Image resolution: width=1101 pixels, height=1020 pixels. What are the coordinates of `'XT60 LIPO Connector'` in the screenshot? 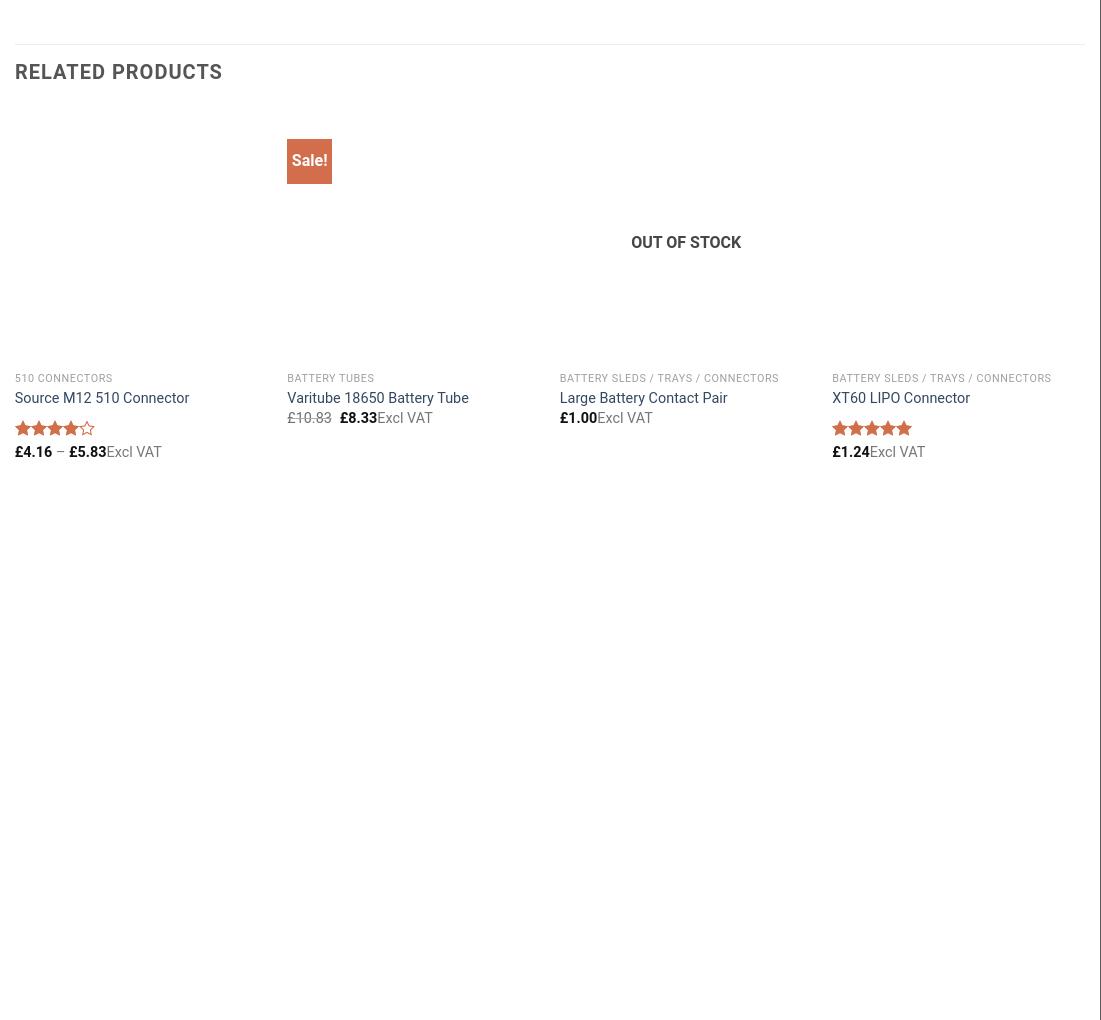 It's located at (899, 398).